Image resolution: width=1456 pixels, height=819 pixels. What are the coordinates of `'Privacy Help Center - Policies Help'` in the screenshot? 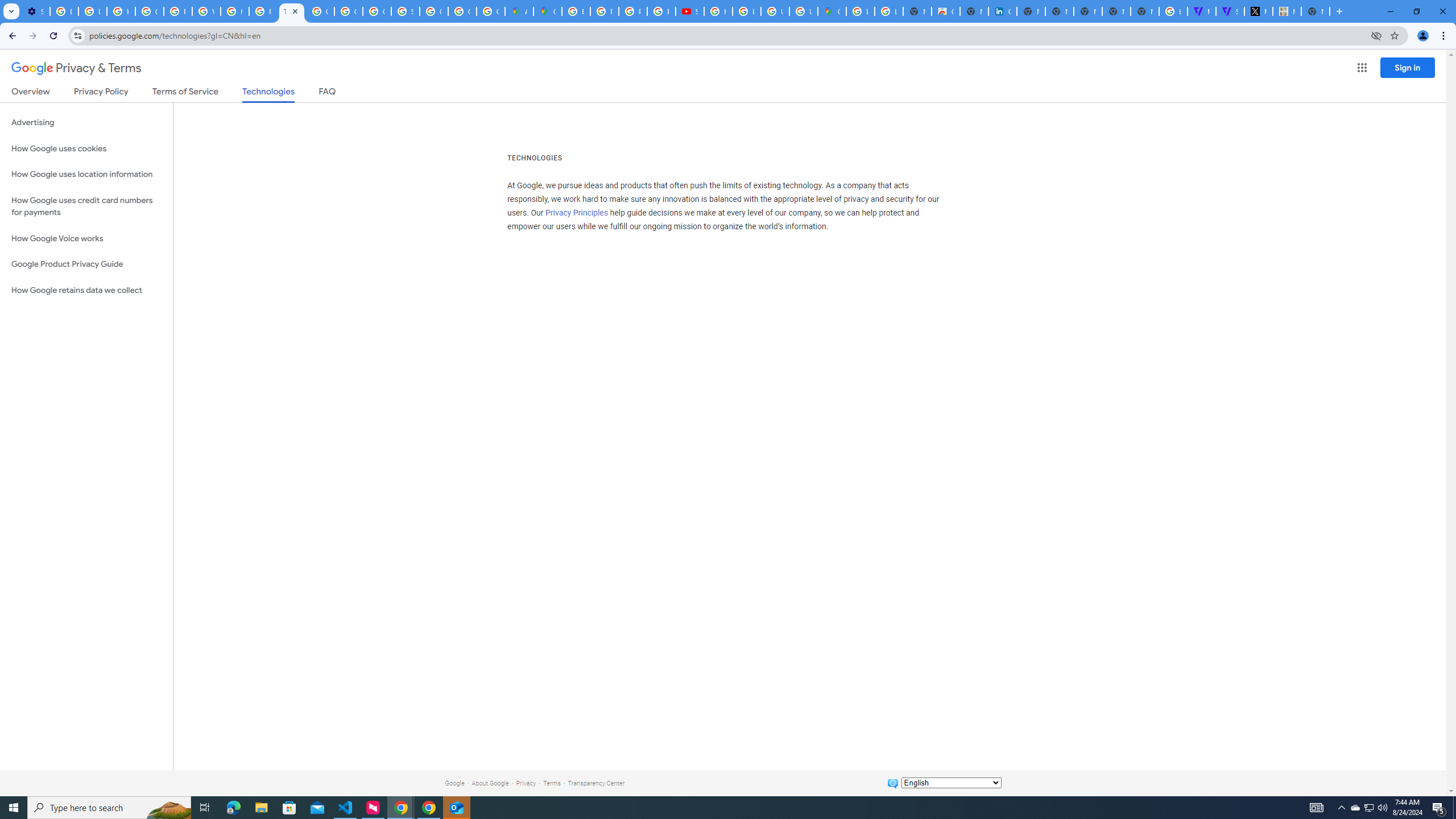 It's located at (632, 11).